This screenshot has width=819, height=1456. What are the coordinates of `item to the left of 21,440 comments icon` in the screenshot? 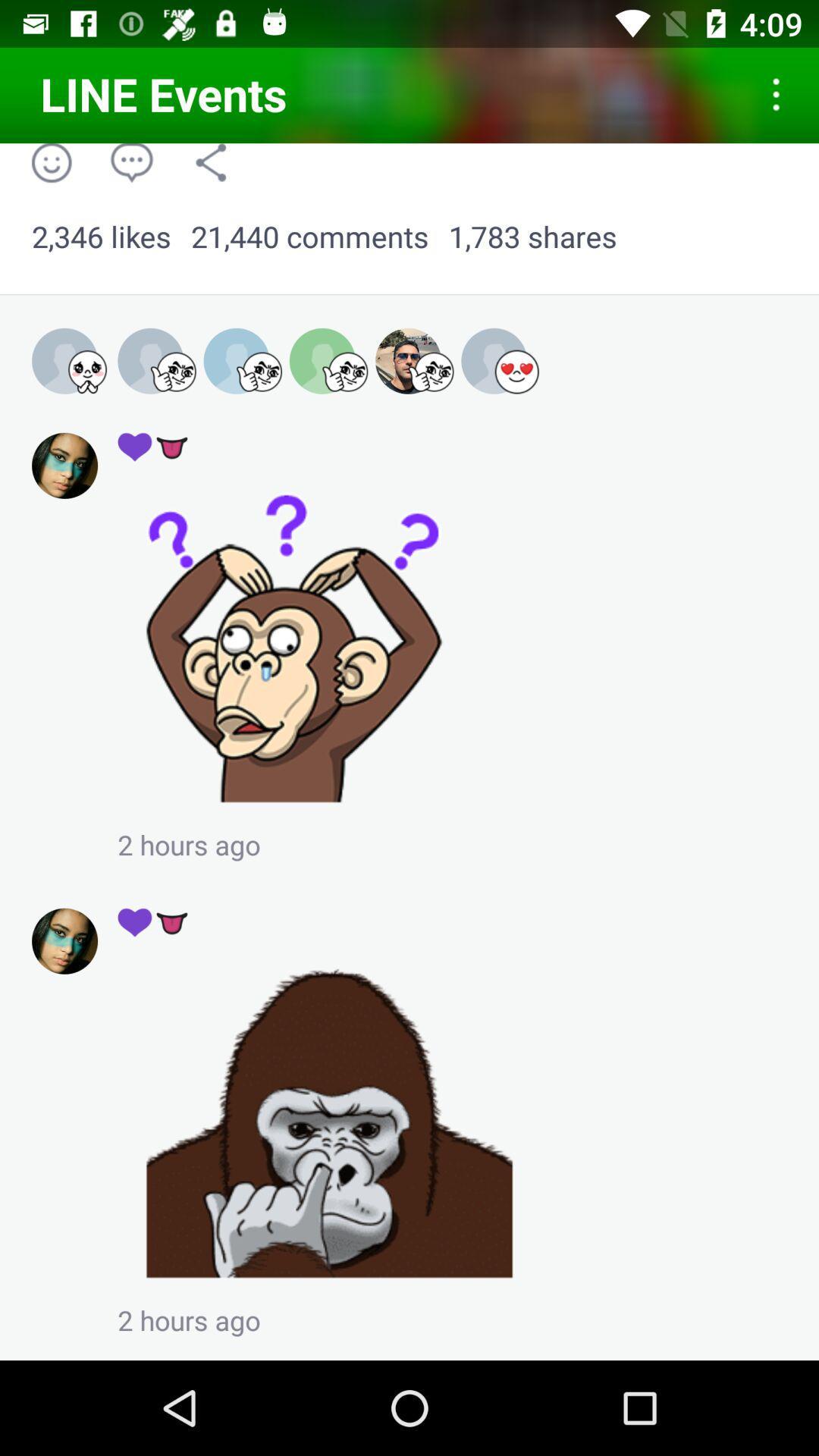 It's located at (101, 237).